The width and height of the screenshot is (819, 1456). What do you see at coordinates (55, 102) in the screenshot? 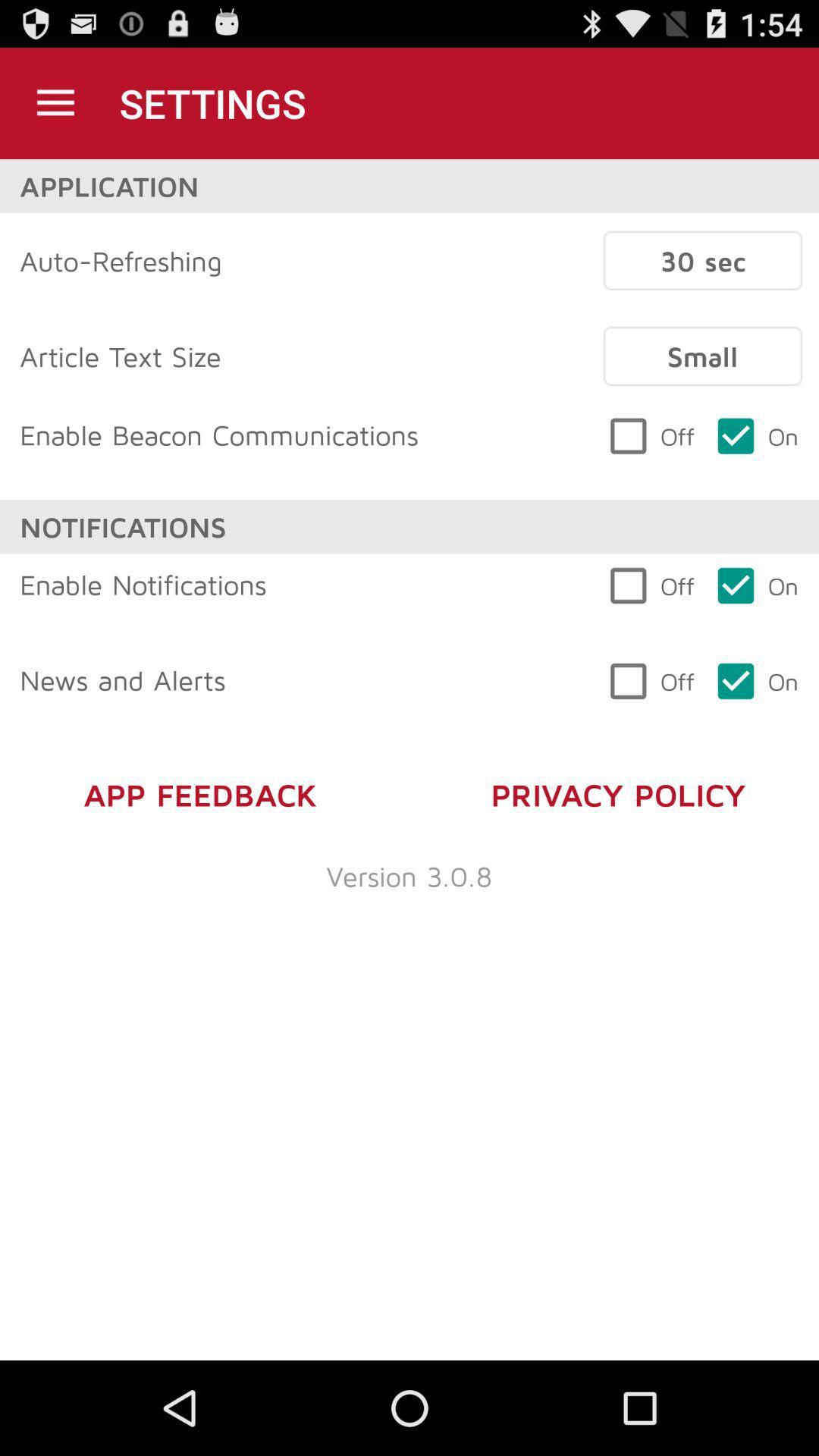
I see `settings option` at bounding box center [55, 102].